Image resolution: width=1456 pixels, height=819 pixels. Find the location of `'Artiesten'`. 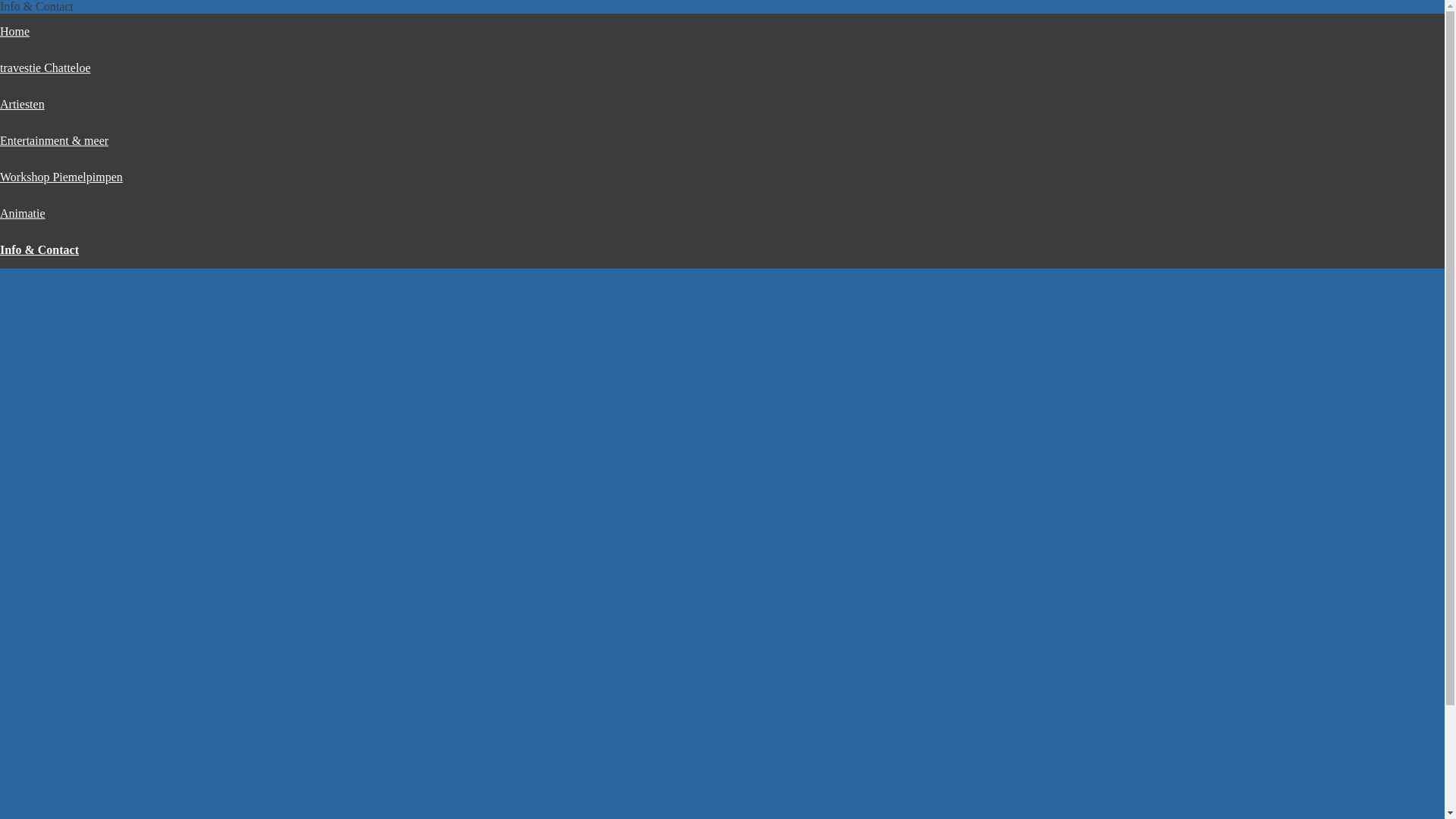

'Artiesten' is located at coordinates (22, 103).